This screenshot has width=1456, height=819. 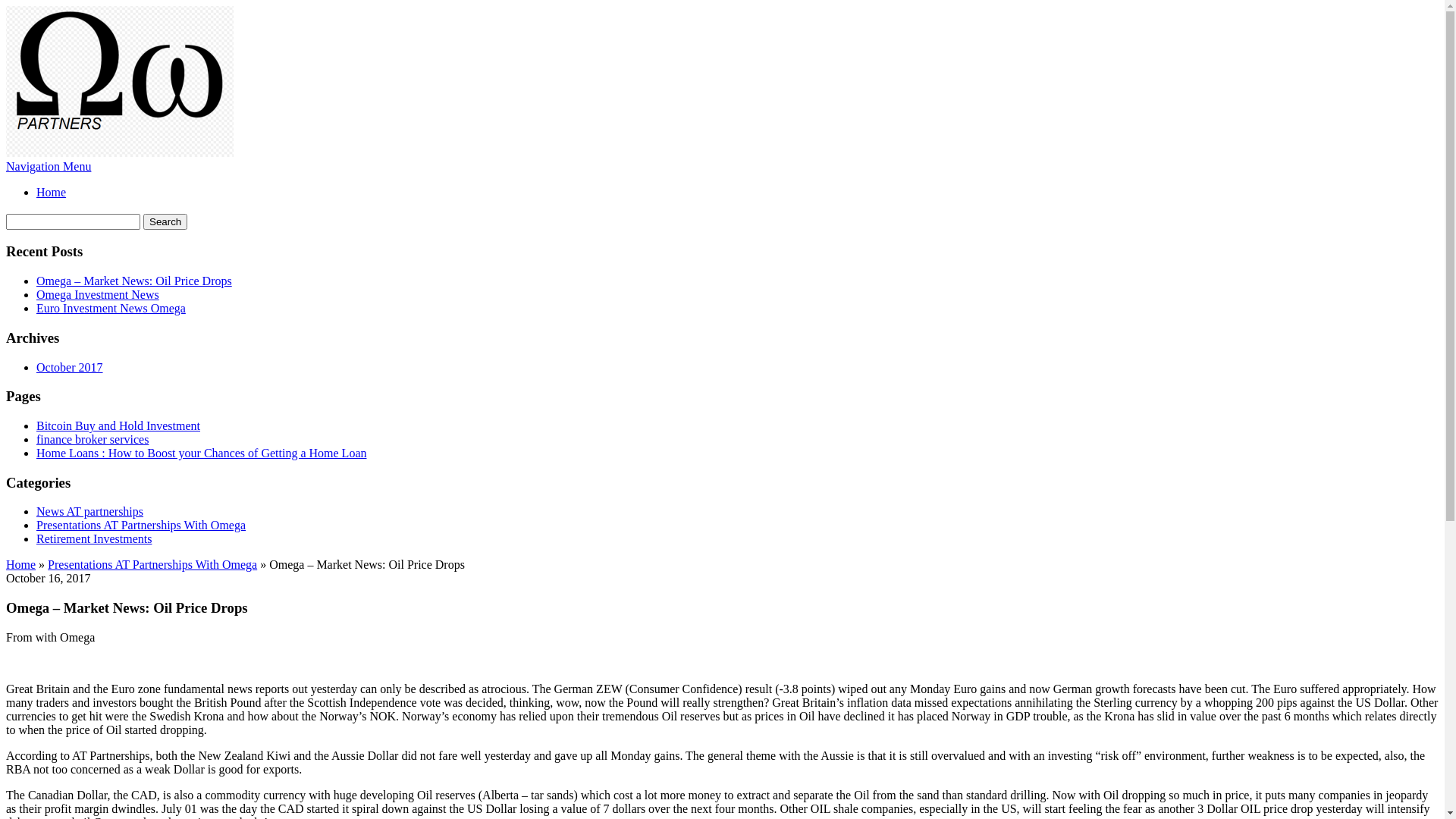 What do you see at coordinates (152, 564) in the screenshot?
I see `'Presentations AT Partnerships With Omega'` at bounding box center [152, 564].